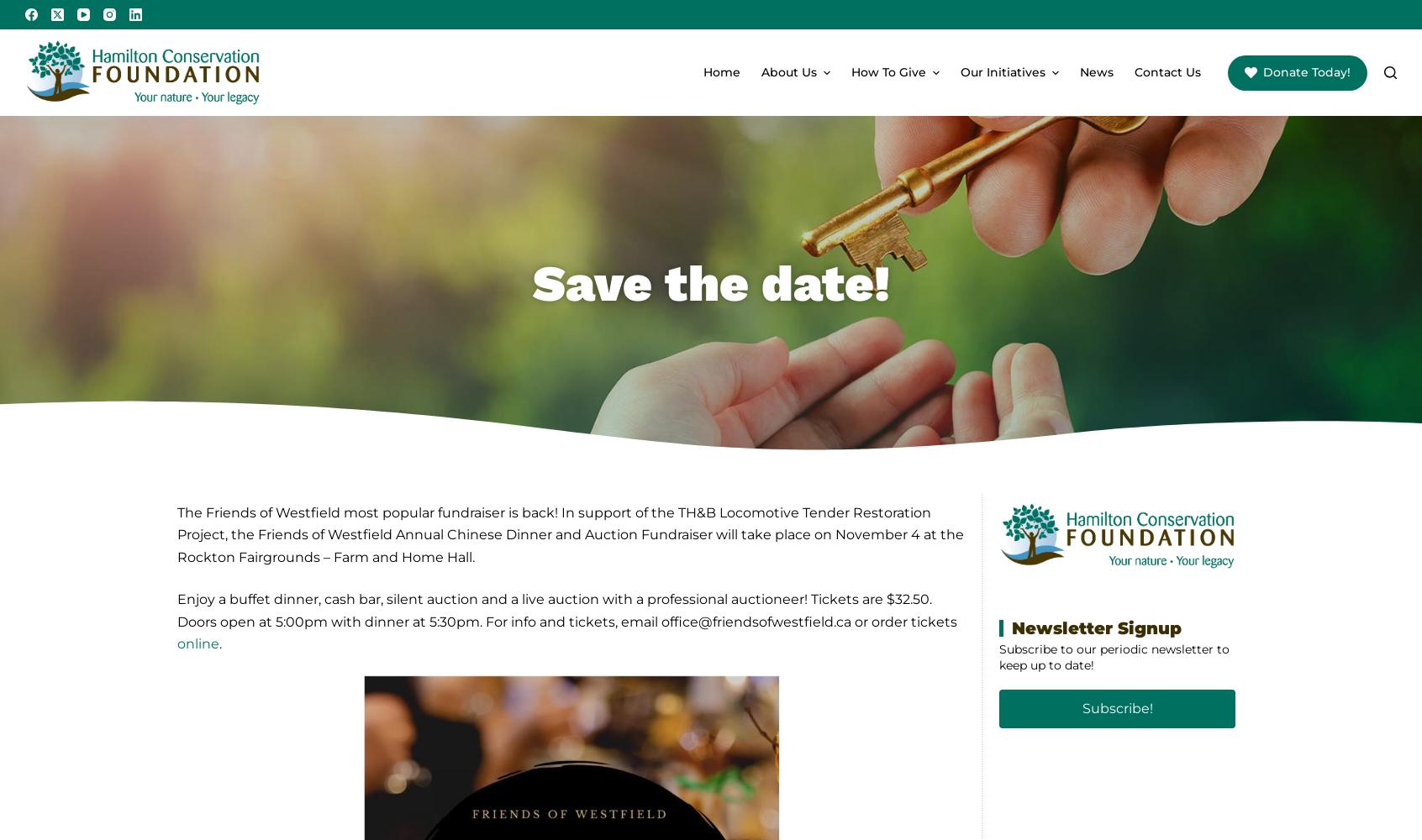 The height and width of the screenshot is (840, 1422). I want to click on 'Subscribe to our periodic newsletter to keep up to date!', so click(1113, 657).